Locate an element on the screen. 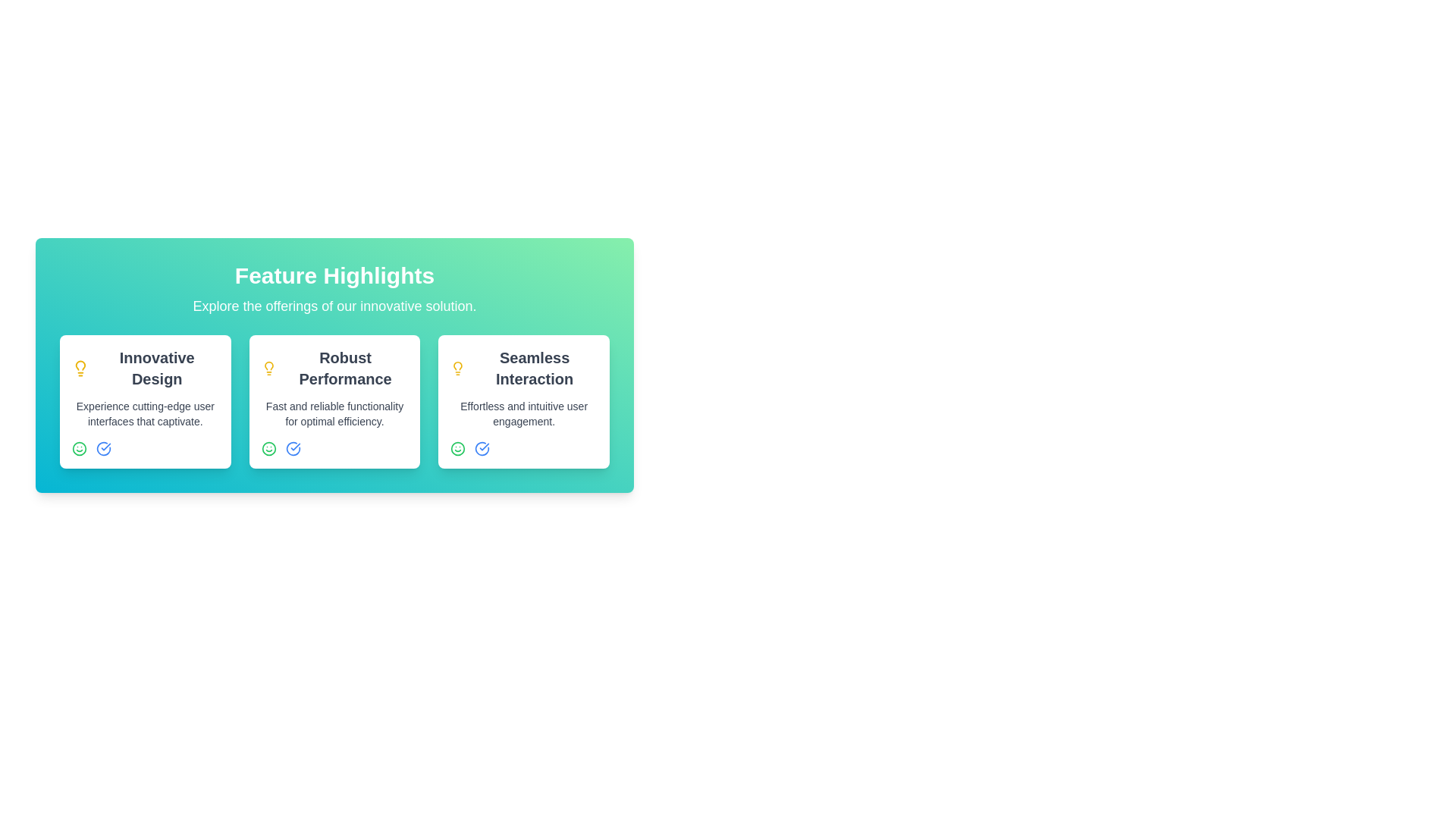 This screenshot has width=1456, height=819. the 'Innovative Design' feature title, which is located at the top of the first highlighted card, accompanied by a yellow lightbulb icon is located at coordinates (145, 369).